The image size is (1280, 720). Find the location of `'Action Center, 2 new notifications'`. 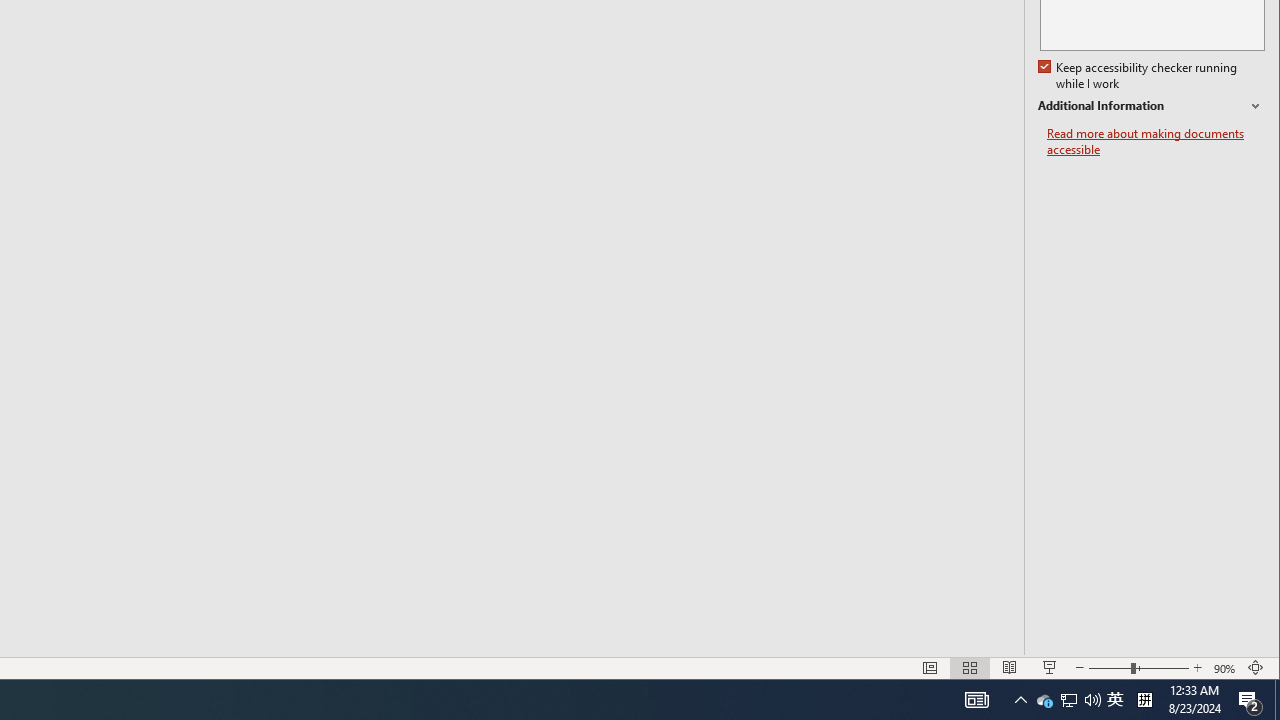

'Action Center, 2 new notifications' is located at coordinates (1250, 698).